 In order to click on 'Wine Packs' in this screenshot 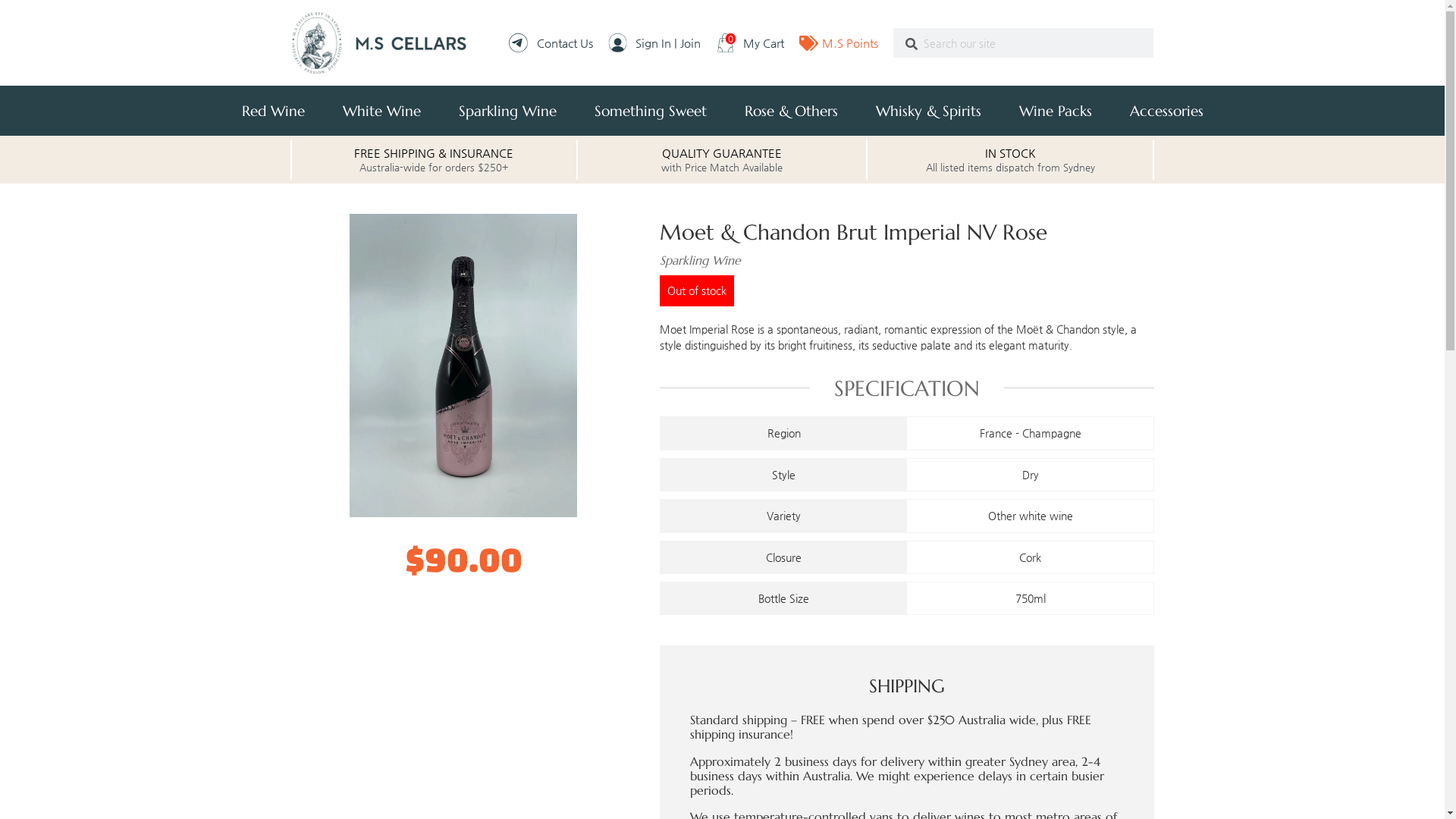, I will do `click(1054, 110)`.